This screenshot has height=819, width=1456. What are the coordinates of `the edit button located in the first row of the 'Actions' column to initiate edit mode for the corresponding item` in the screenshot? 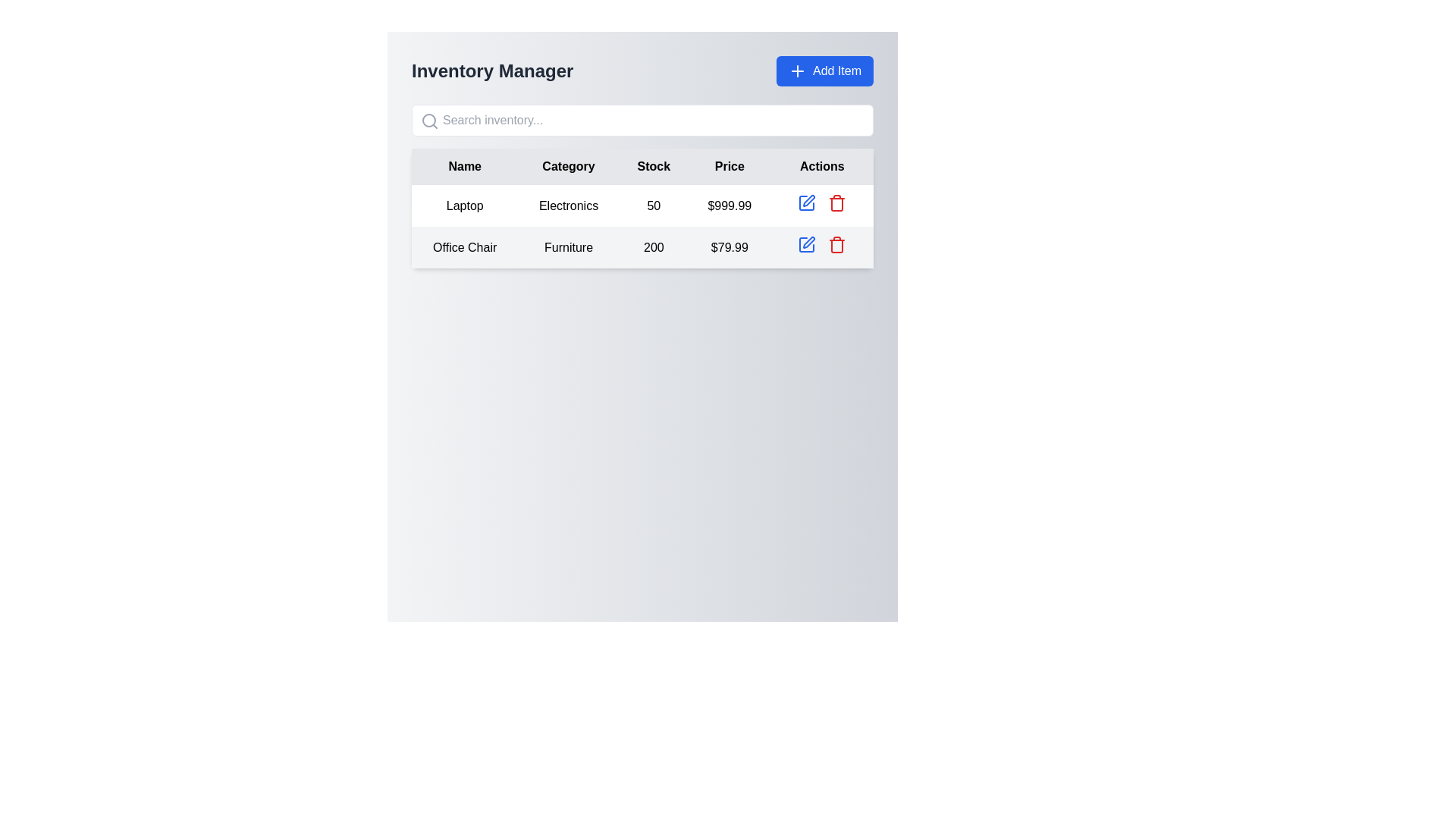 It's located at (806, 202).